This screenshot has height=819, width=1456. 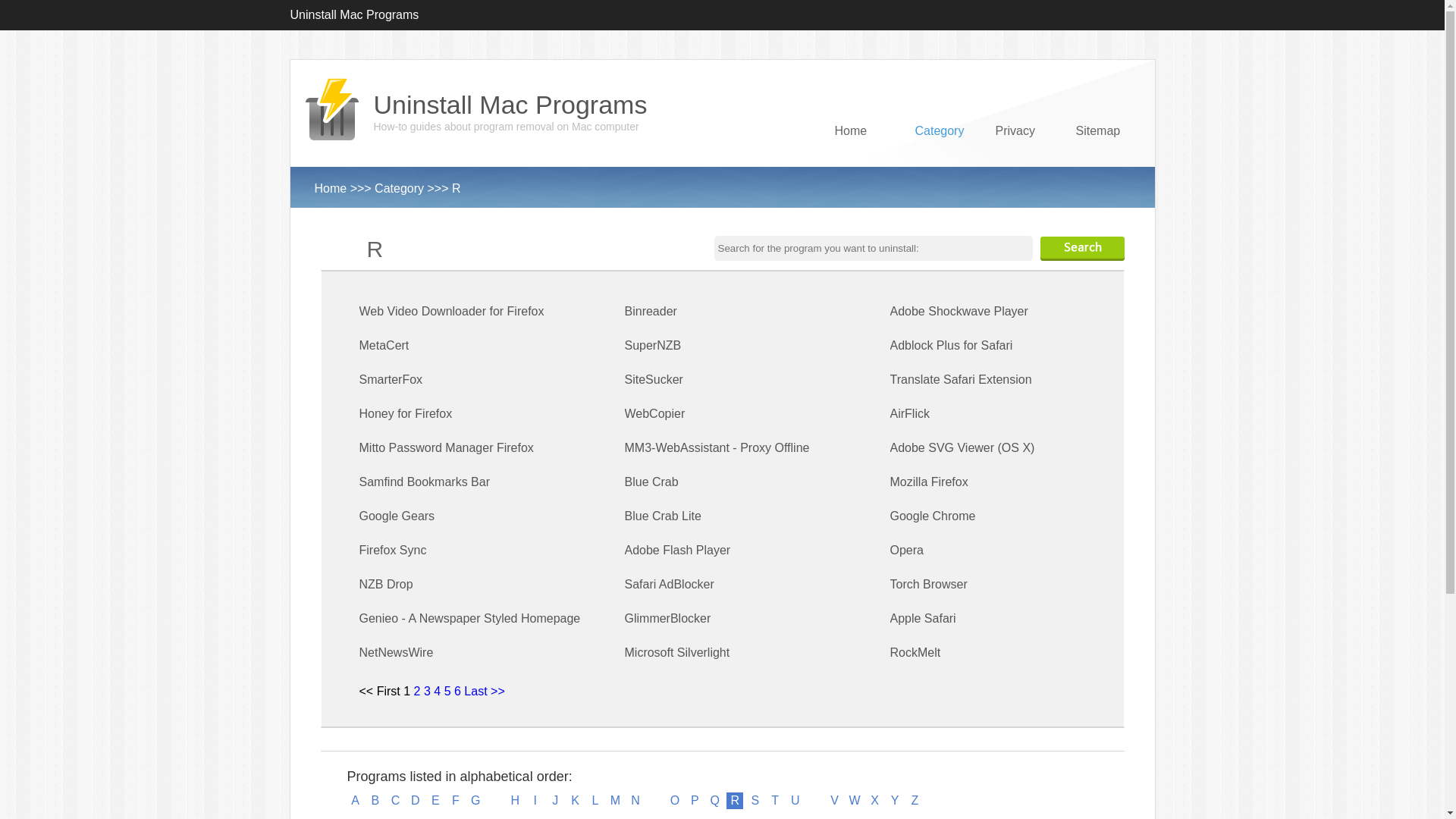 I want to click on 'NZB Drop', so click(x=386, y=583).